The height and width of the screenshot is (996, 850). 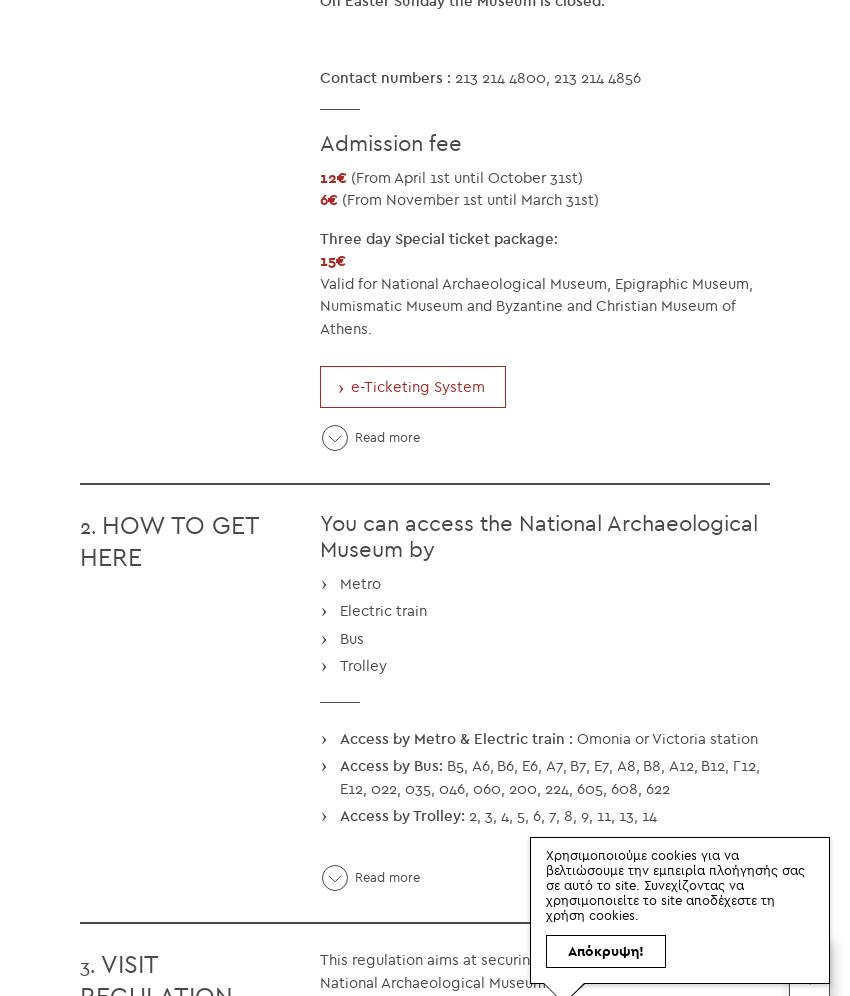 What do you see at coordinates (402, 814) in the screenshot?
I see `'Access by Trolley:'` at bounding box center [402, 814].